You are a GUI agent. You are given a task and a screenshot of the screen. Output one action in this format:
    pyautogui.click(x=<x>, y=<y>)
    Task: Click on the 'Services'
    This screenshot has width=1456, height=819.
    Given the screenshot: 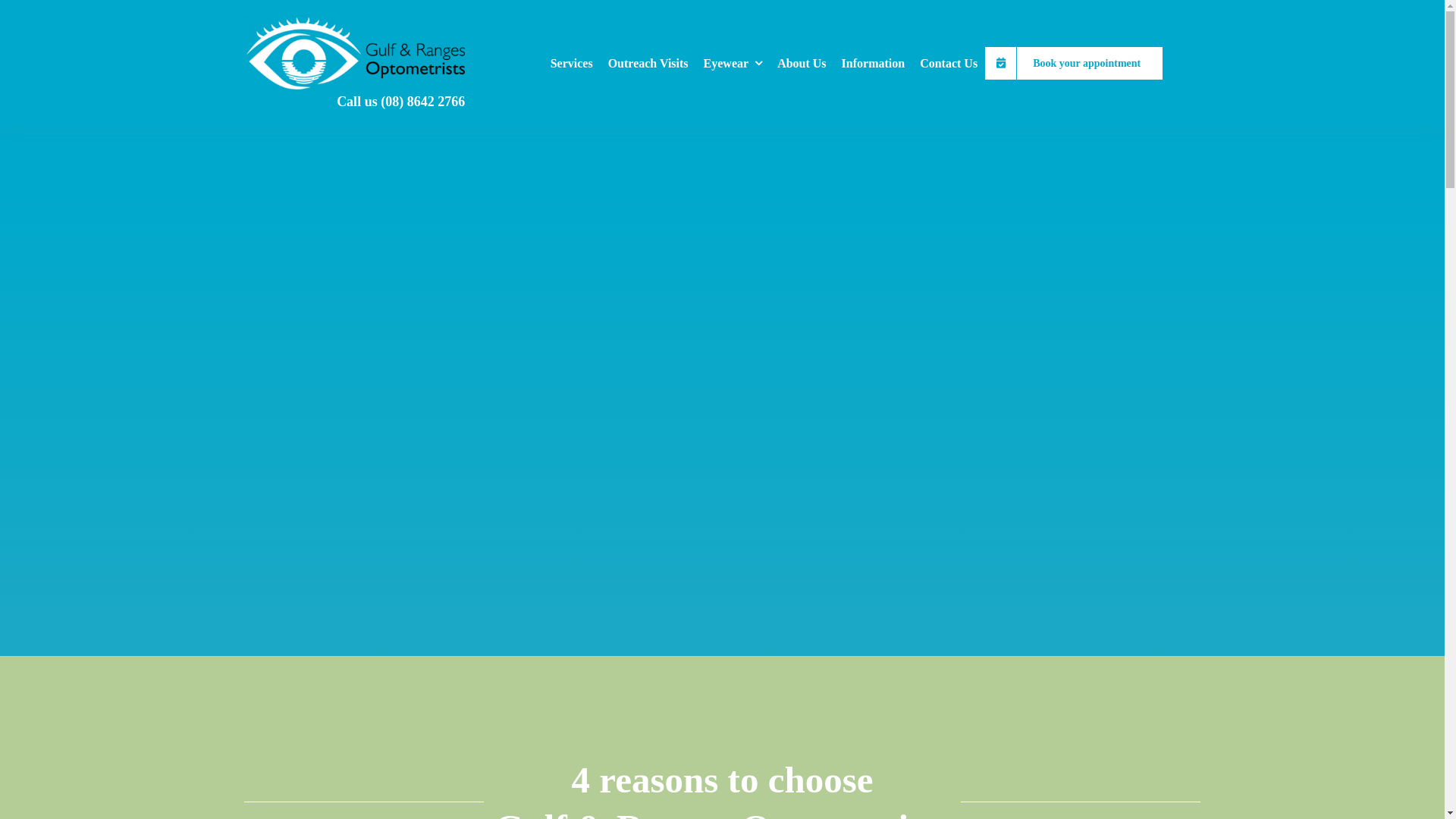 What is the action you would take?
    pyautogui.click(x=570, y=62)
    